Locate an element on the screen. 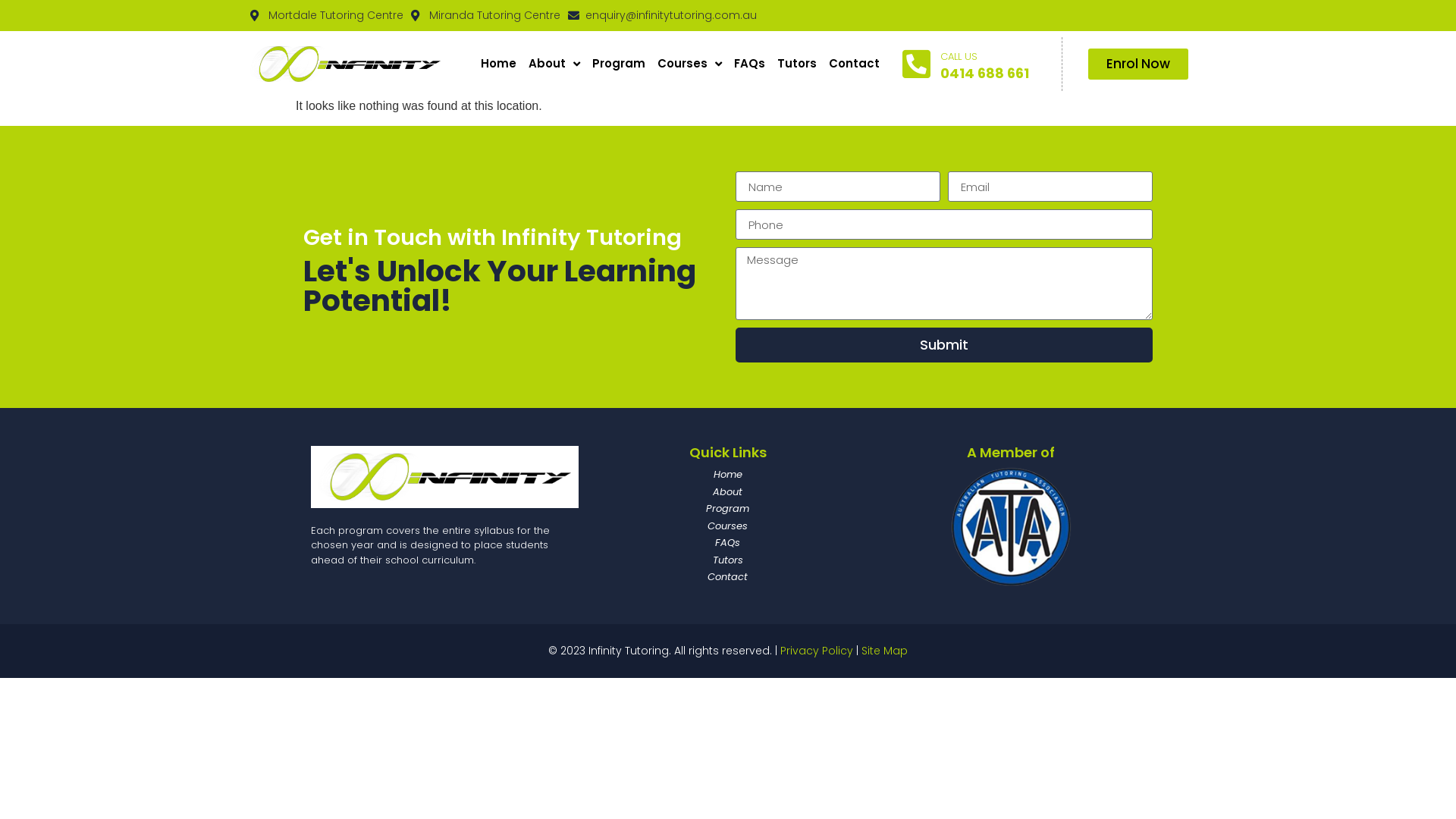  'Submit' is located at coordinates (943, 345).